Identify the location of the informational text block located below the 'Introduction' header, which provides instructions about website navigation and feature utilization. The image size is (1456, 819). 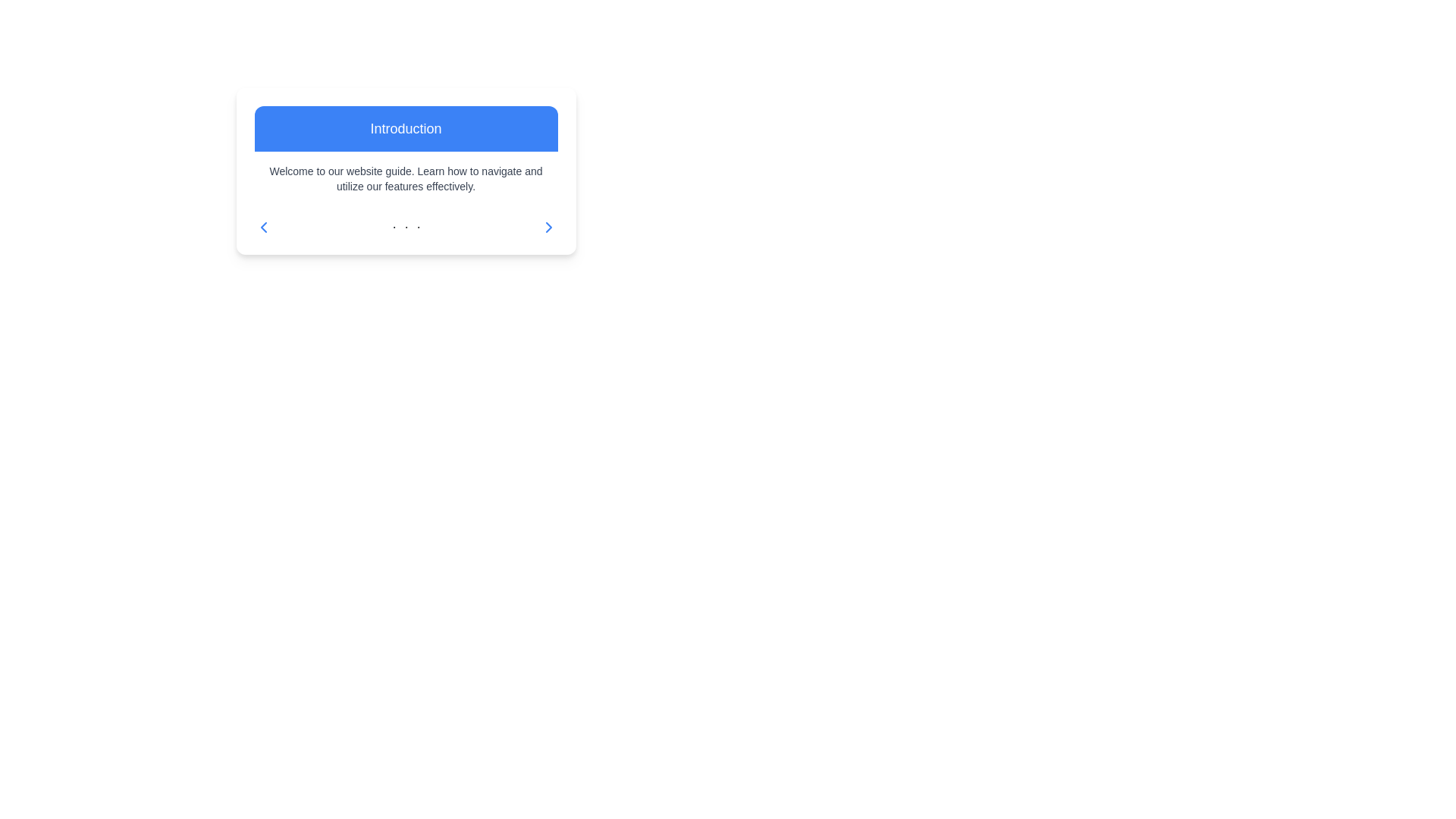
(406, 177).